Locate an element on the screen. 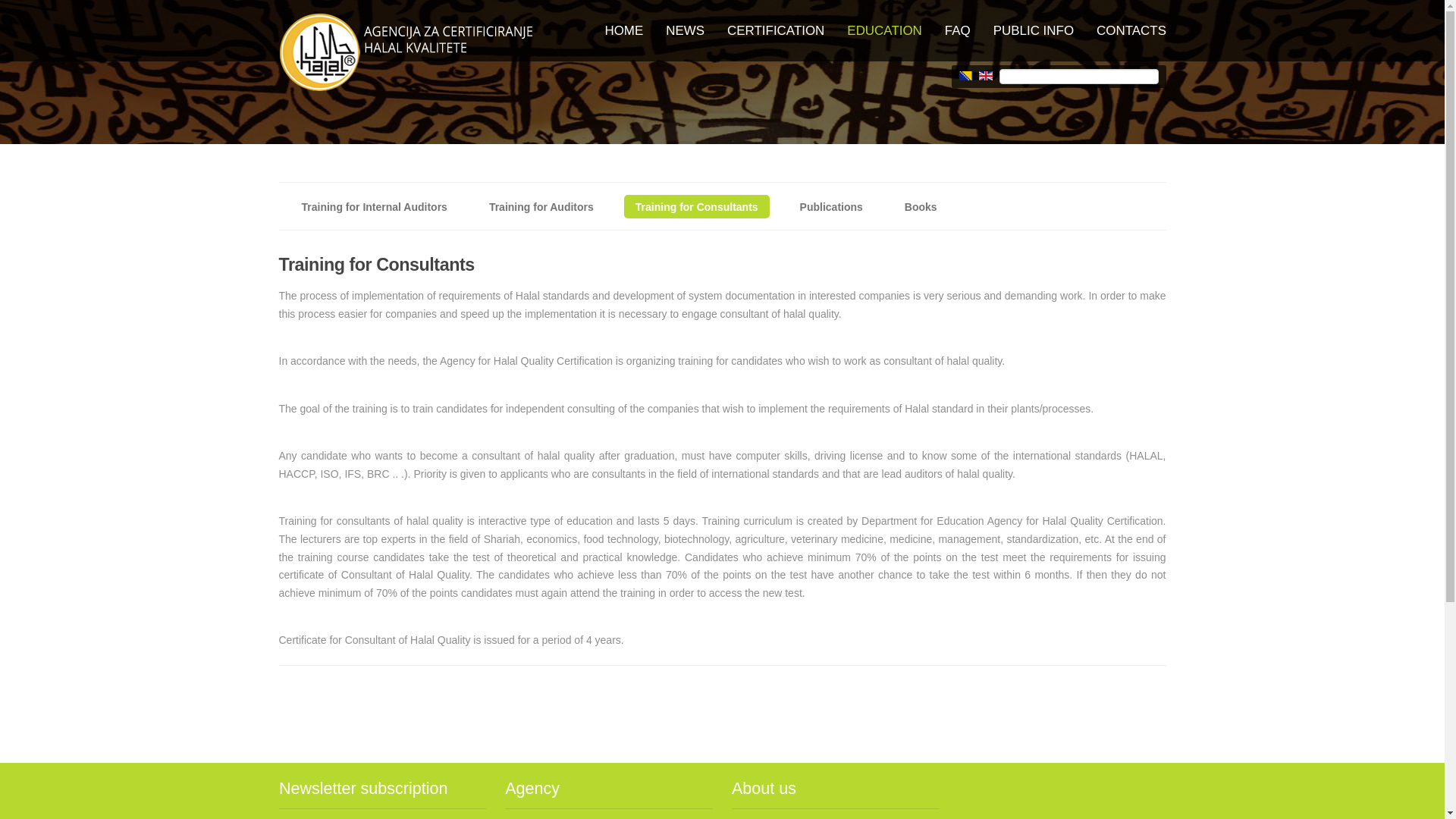 Image resolution: width=1456 pixels, height=819 pixels. 'HOME' is located at coordinates (623, 35).